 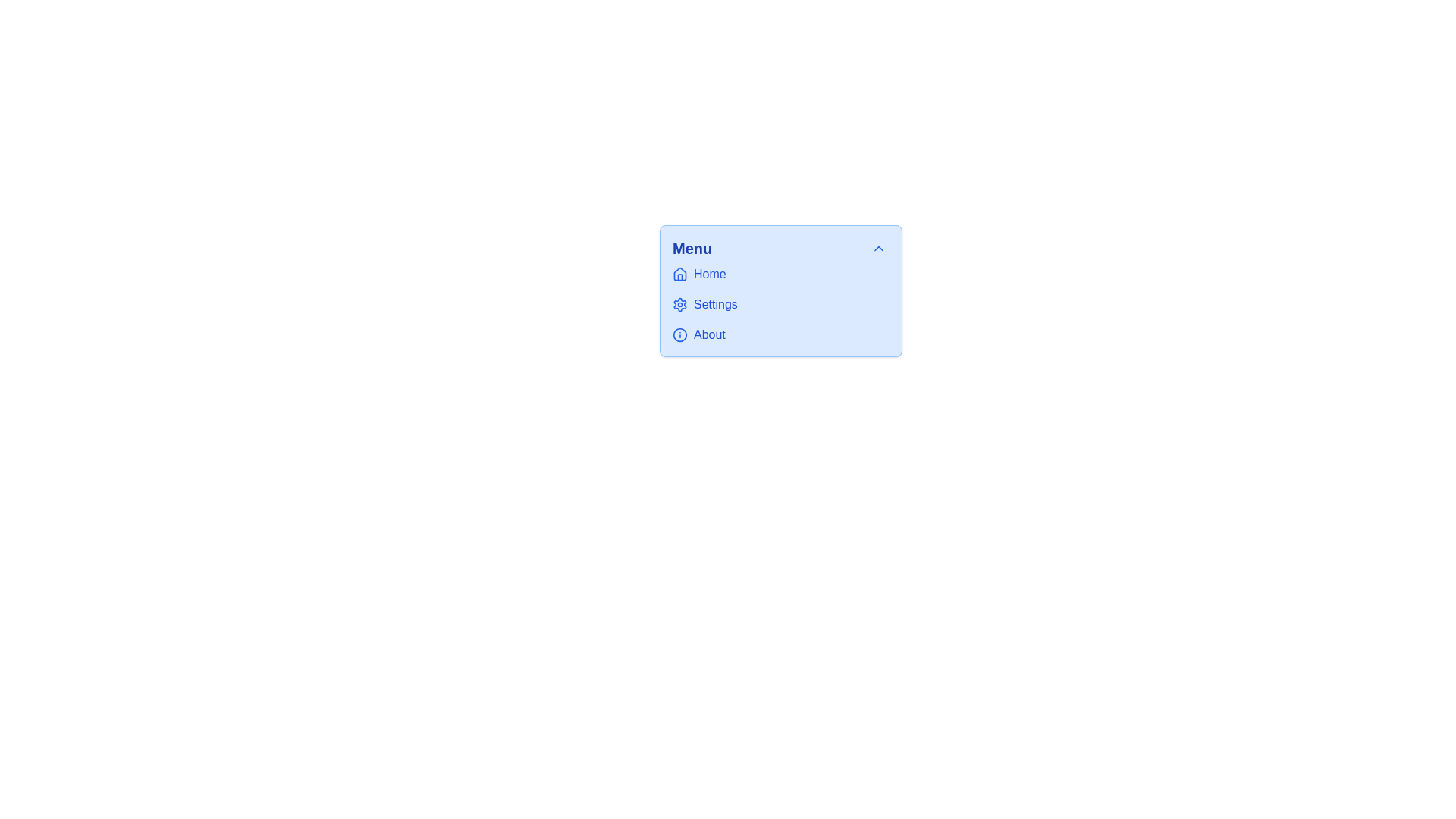 What do you see at coordinates (878, 247) in the screenshot?
I see `the 'collapse' button located at the top-right corner of the 'Menu' section` at bounding box center [878, 247].